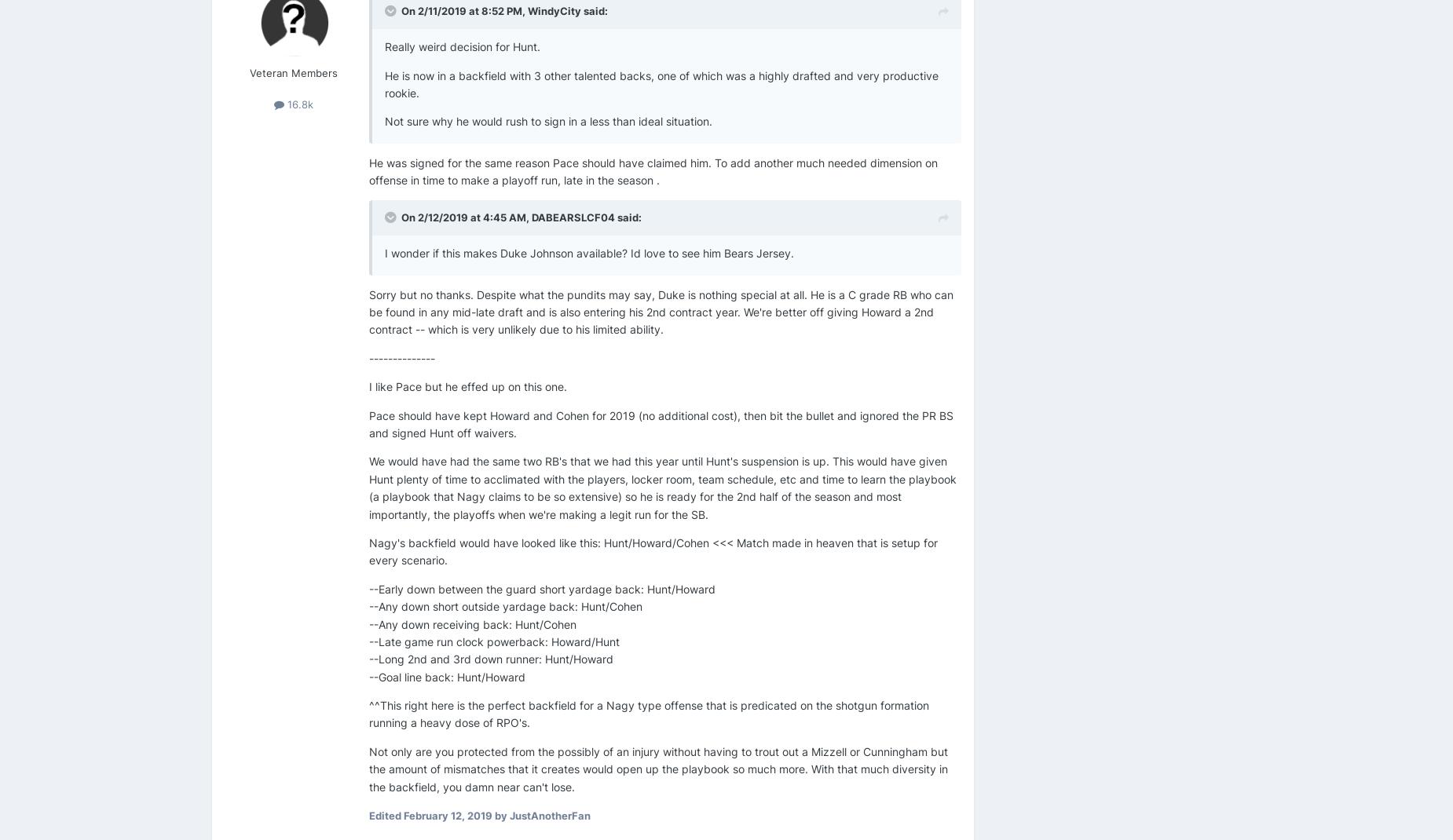 The image size is (1453, 840). I want to click on '--Late game run clock powerback: Howard/Hunt', so click(494, 641).